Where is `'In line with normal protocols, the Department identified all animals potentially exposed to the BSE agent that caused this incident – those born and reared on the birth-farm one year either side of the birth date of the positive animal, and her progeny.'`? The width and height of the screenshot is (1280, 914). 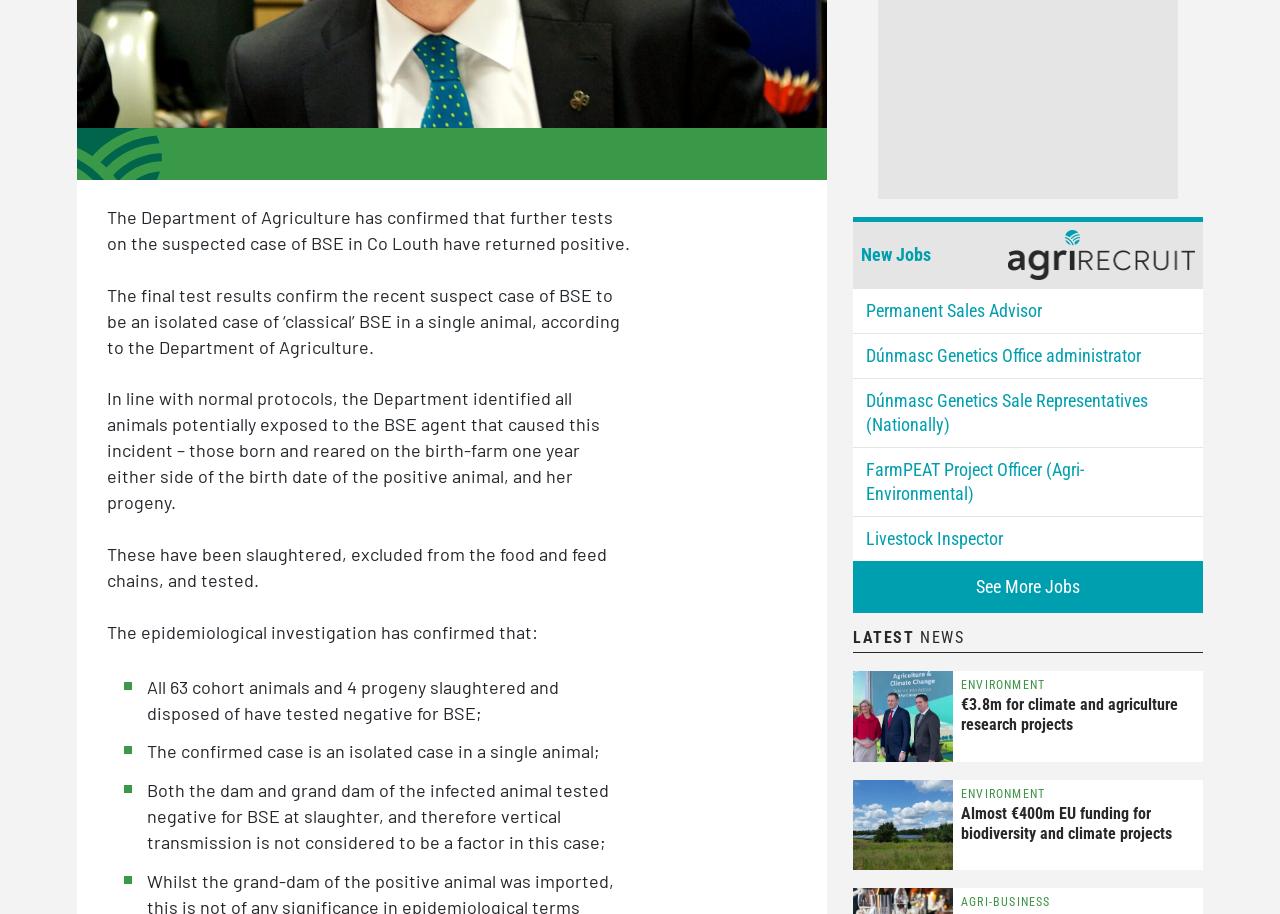 'In line with normal protocols, the Department identified all animals potentially exposed to the BSE agent that caused this incident – those born and reared on the birth-farm one year either side of the birth date of the positive animal, and her progeny.' is located at coordinates (106, 448).